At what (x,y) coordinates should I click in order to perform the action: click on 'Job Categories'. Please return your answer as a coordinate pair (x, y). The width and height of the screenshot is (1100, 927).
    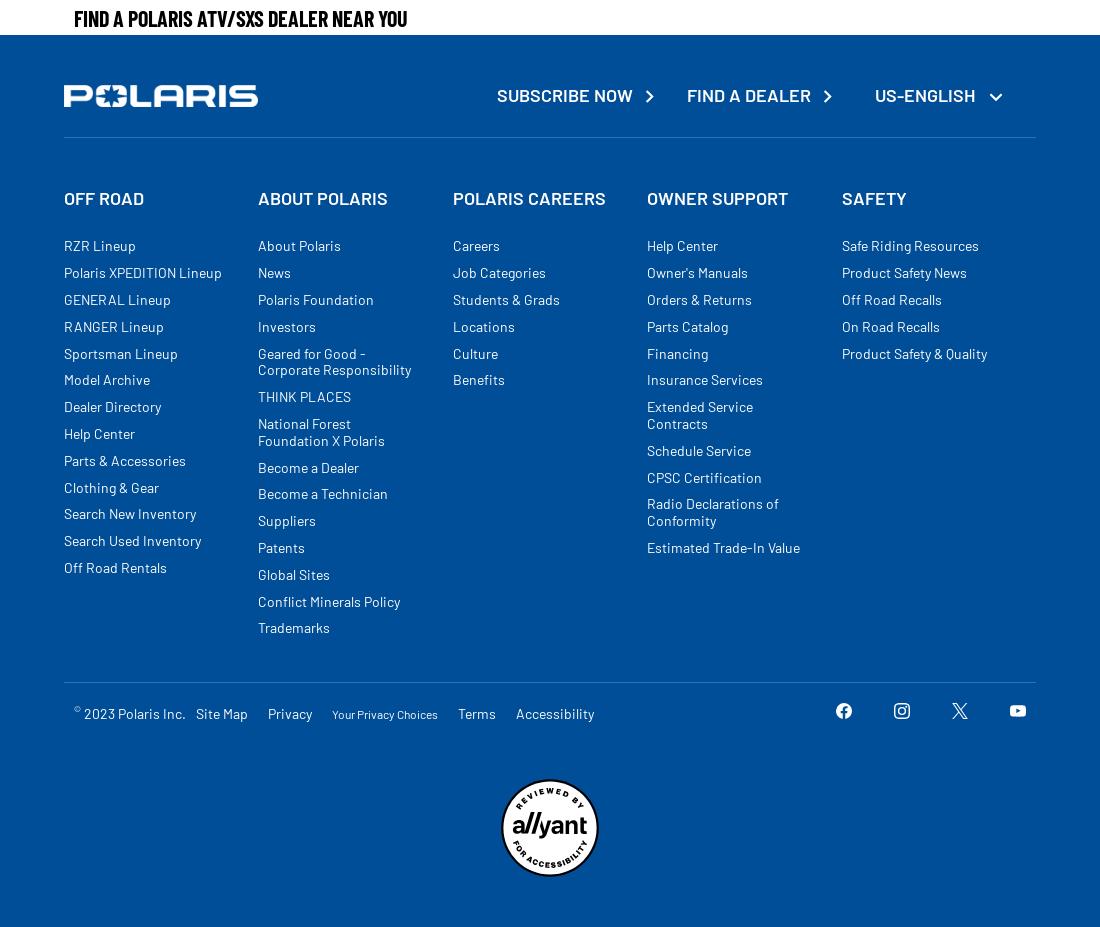
    Looking at the image, I should click on (498, 272).